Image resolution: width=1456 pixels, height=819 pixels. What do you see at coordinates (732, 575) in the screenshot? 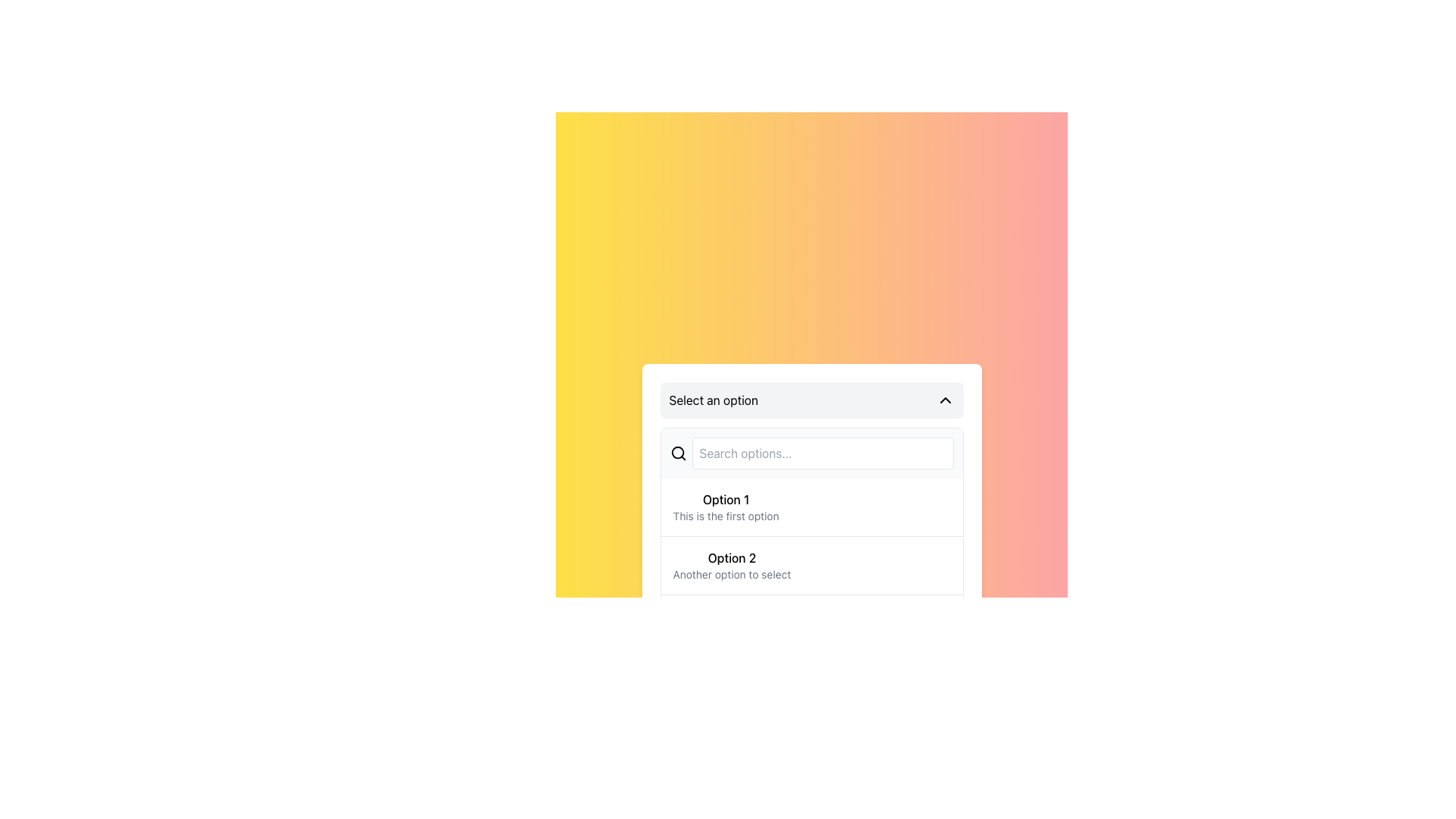
I see `the descriptive subtitle text label for 'Option 2' in the dropdown menu` at bounding box center [732, 575].